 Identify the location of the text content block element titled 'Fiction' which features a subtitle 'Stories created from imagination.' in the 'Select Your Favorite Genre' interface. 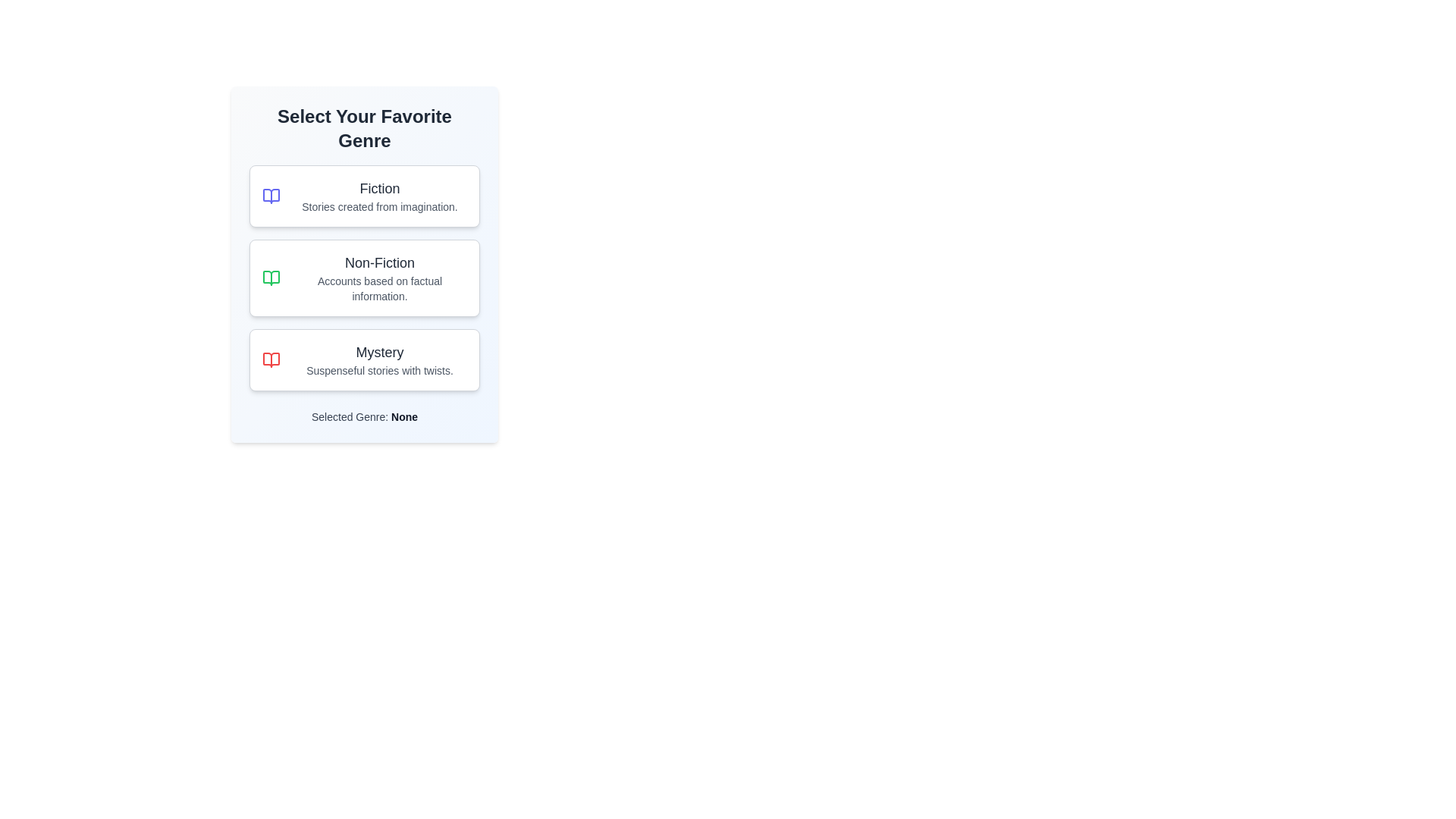
(379, 195).